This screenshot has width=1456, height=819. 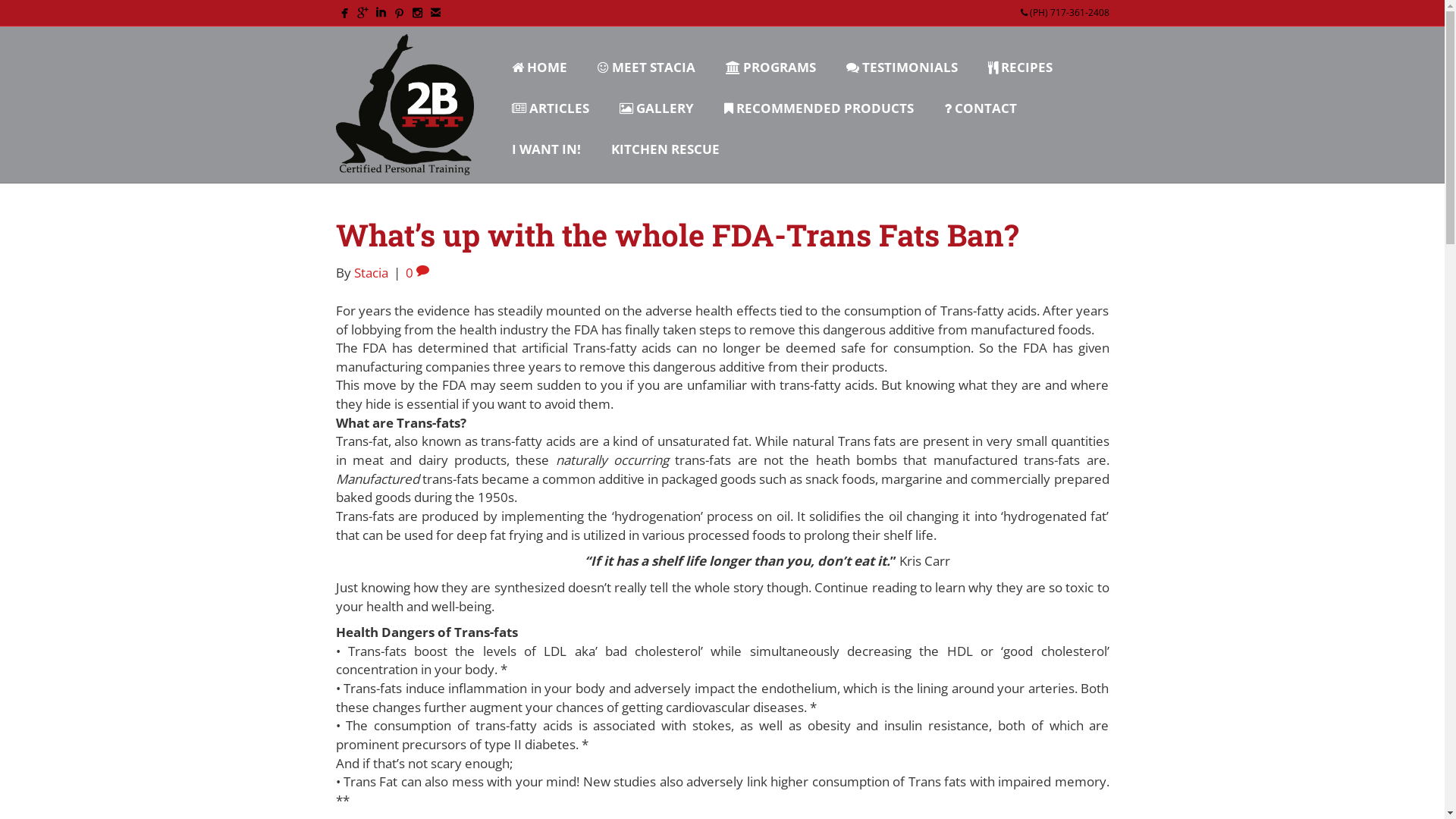 I want to click on 'TESTIMONIALS', so click(x=902, y=63).